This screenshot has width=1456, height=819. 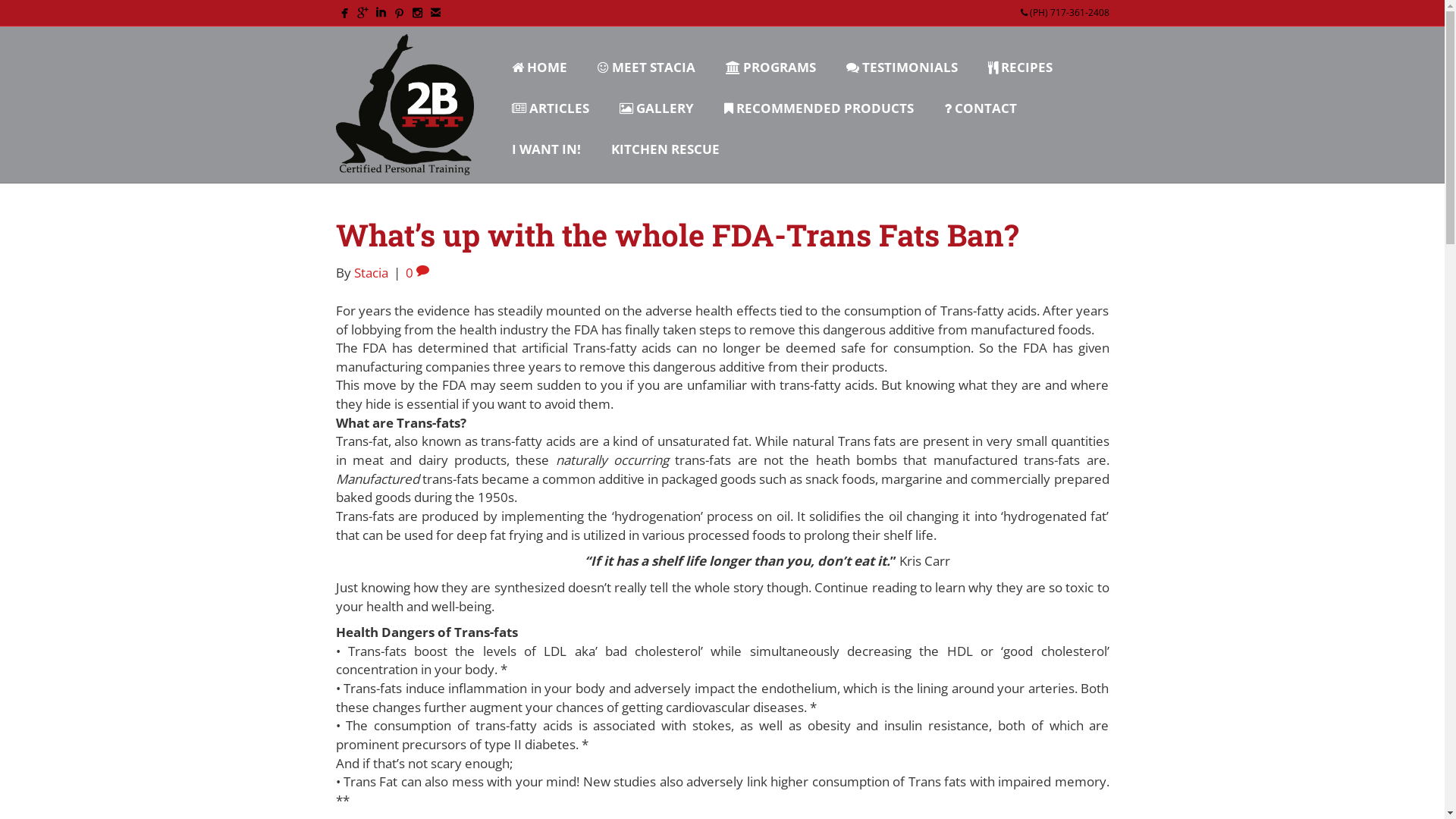 I want to click on 'TESTIMONIALS', so click(x=902, y=63).